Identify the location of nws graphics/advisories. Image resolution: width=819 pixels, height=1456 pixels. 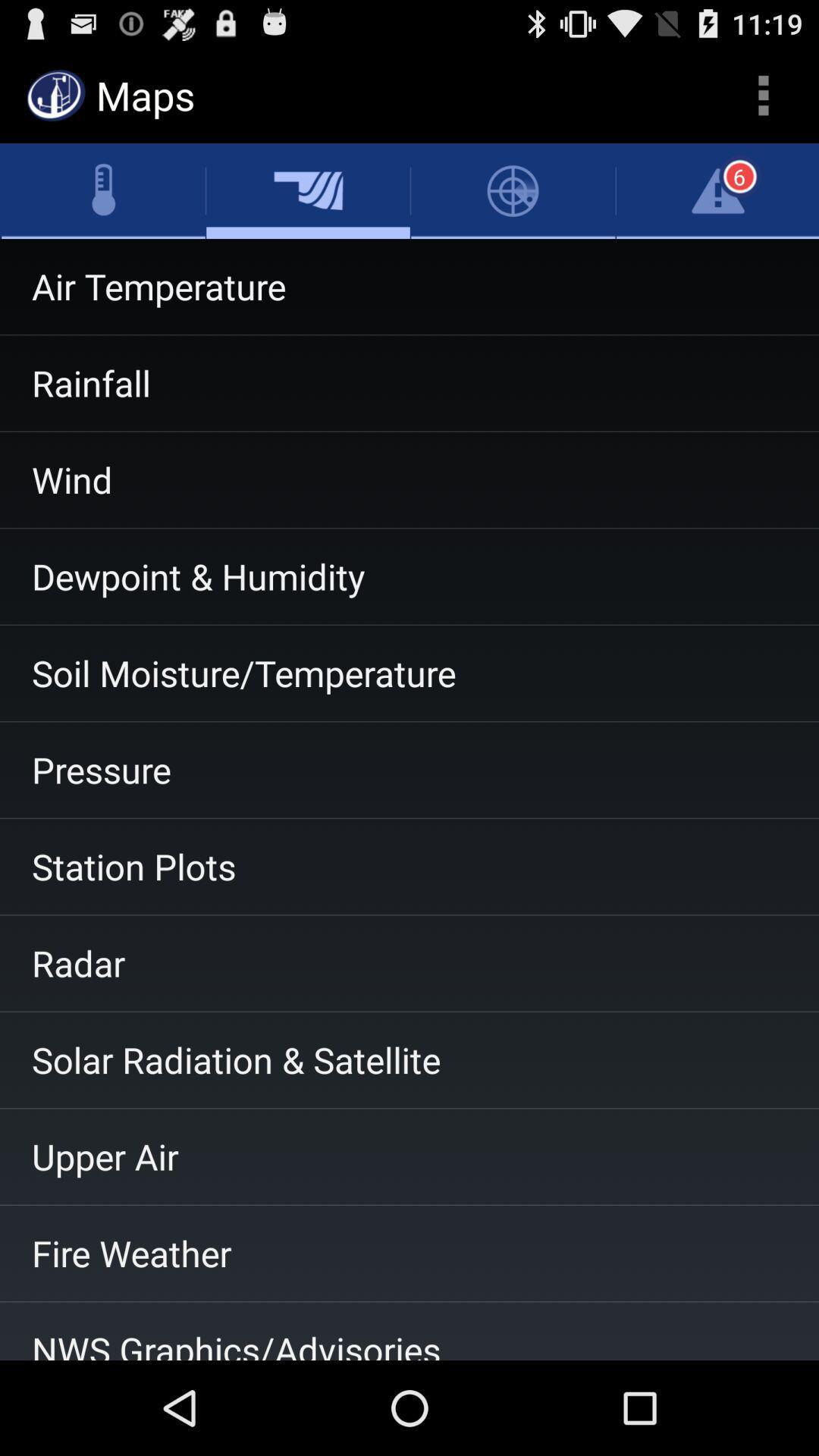
(409, 1330).